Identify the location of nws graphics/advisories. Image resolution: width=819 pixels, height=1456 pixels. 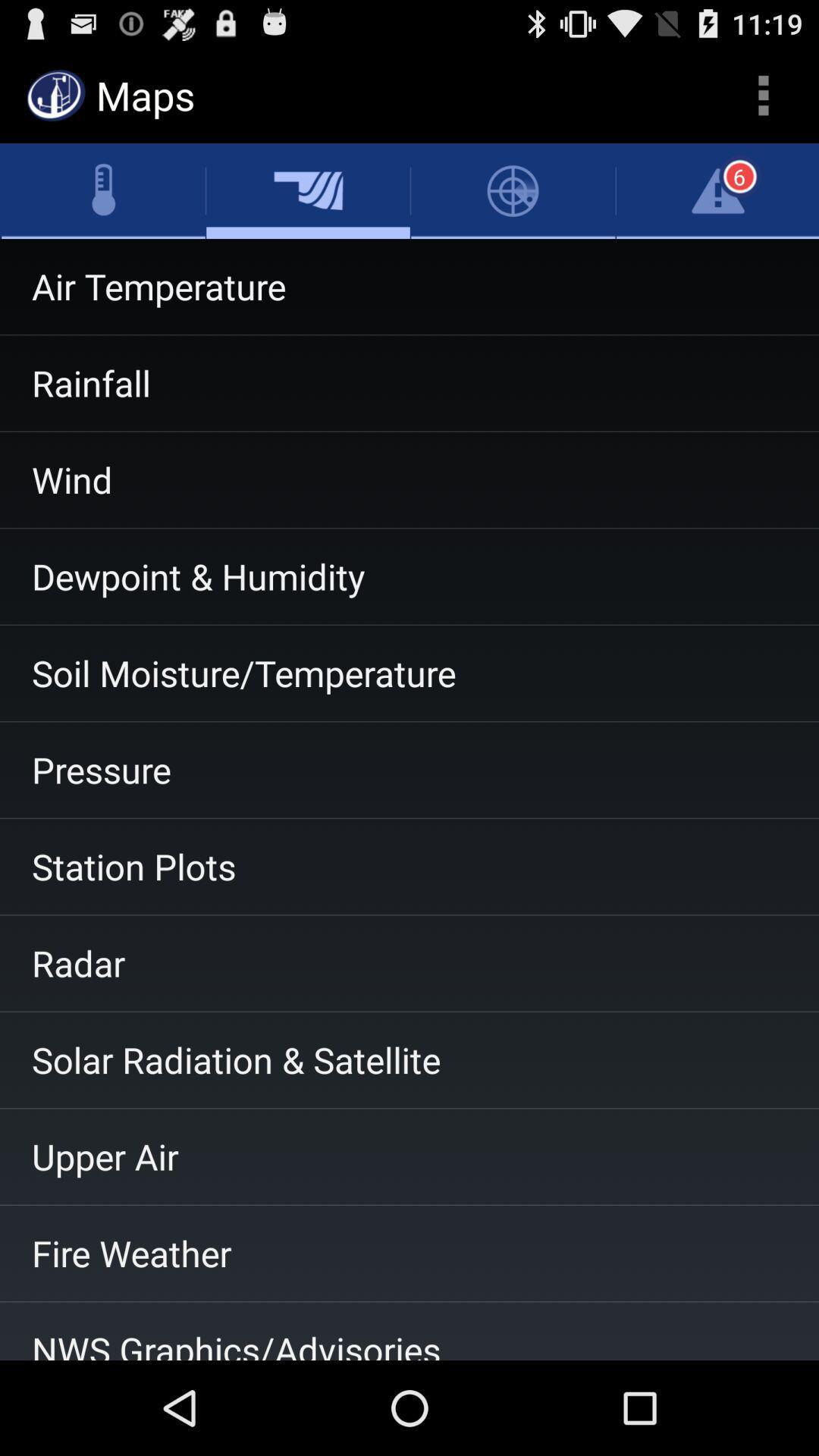
(409, 1330).